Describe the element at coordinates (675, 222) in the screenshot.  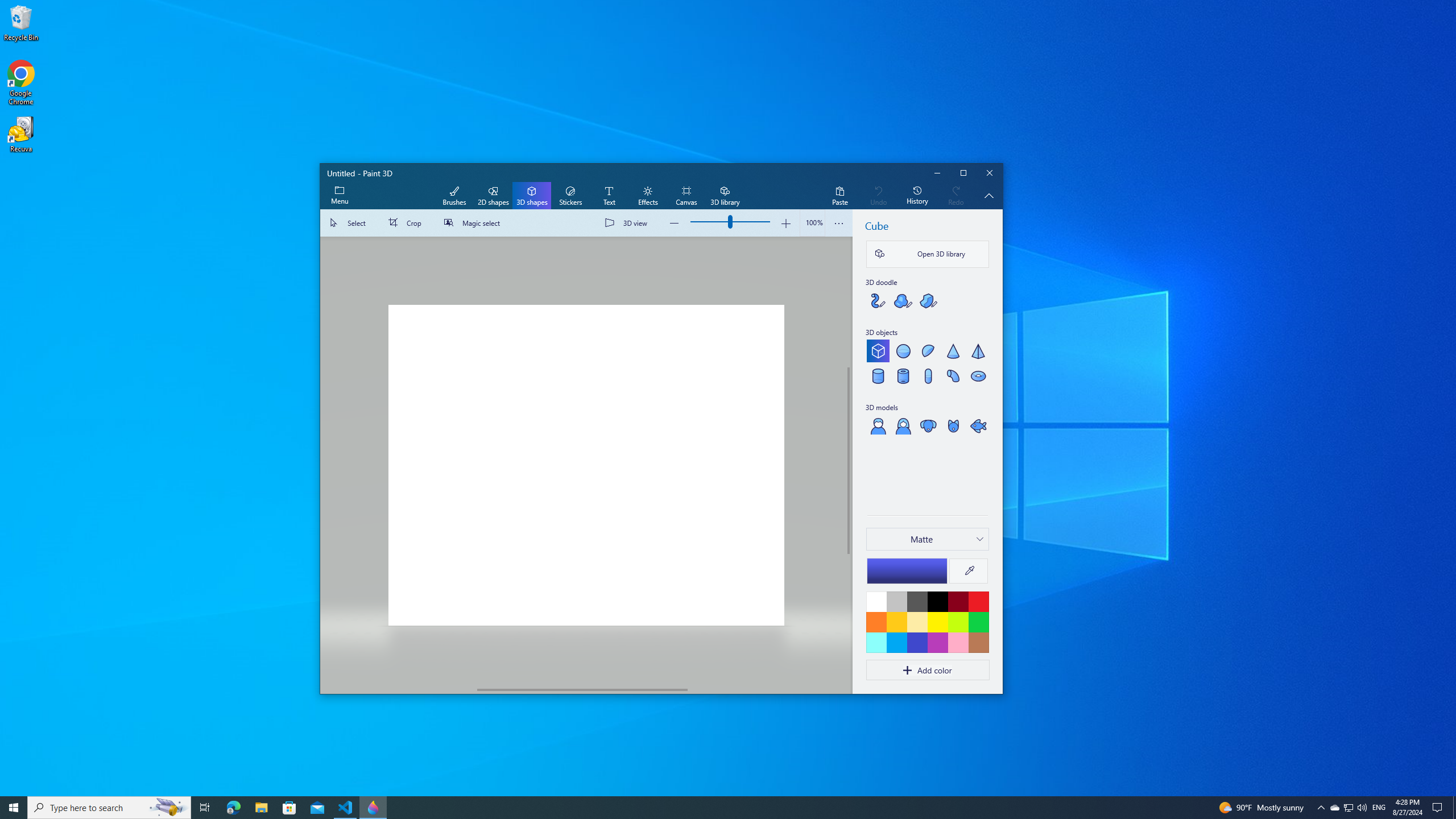
I see `'Zoom out'` at that location.